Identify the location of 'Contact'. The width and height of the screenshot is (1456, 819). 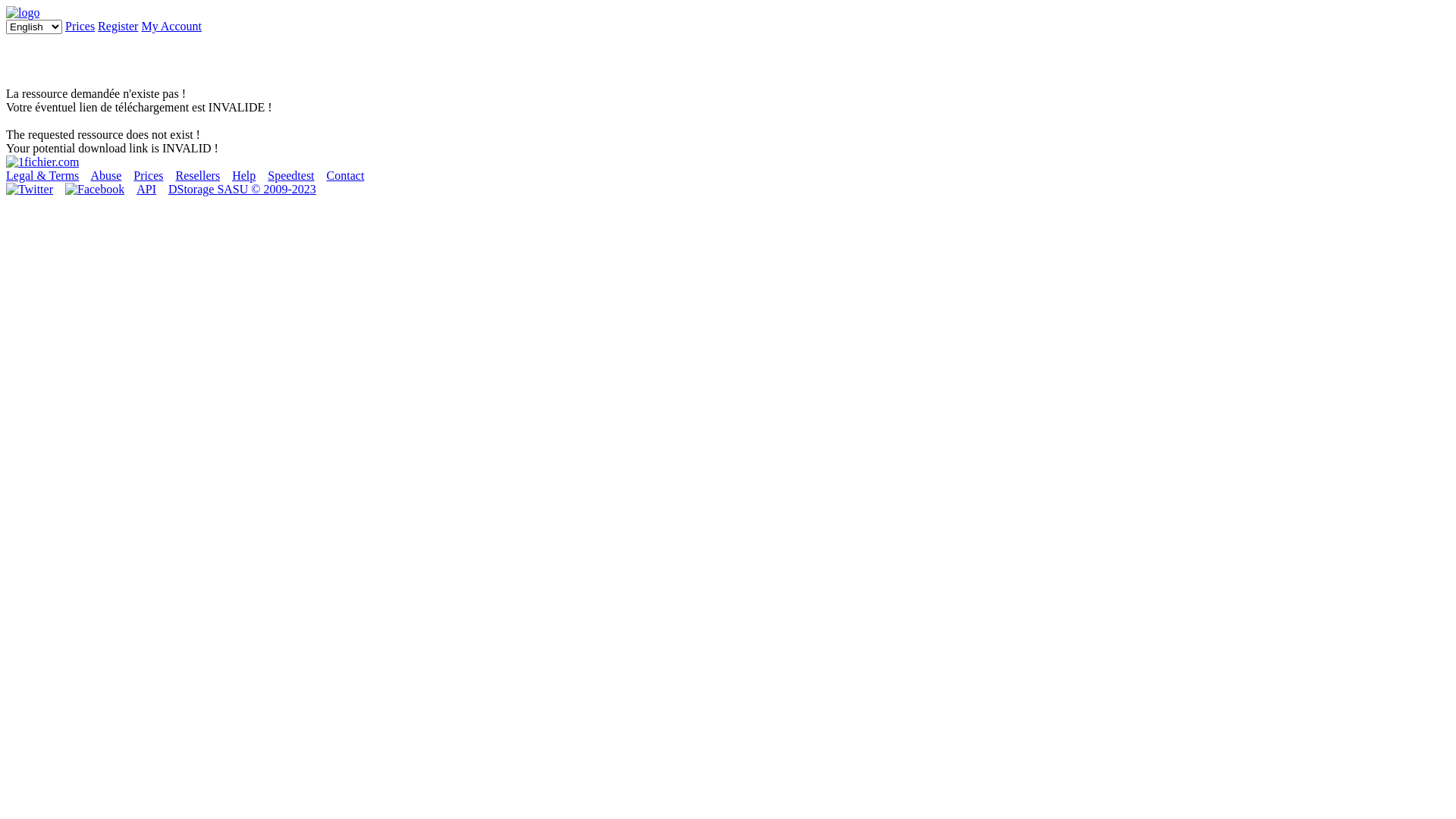
(345, 174).